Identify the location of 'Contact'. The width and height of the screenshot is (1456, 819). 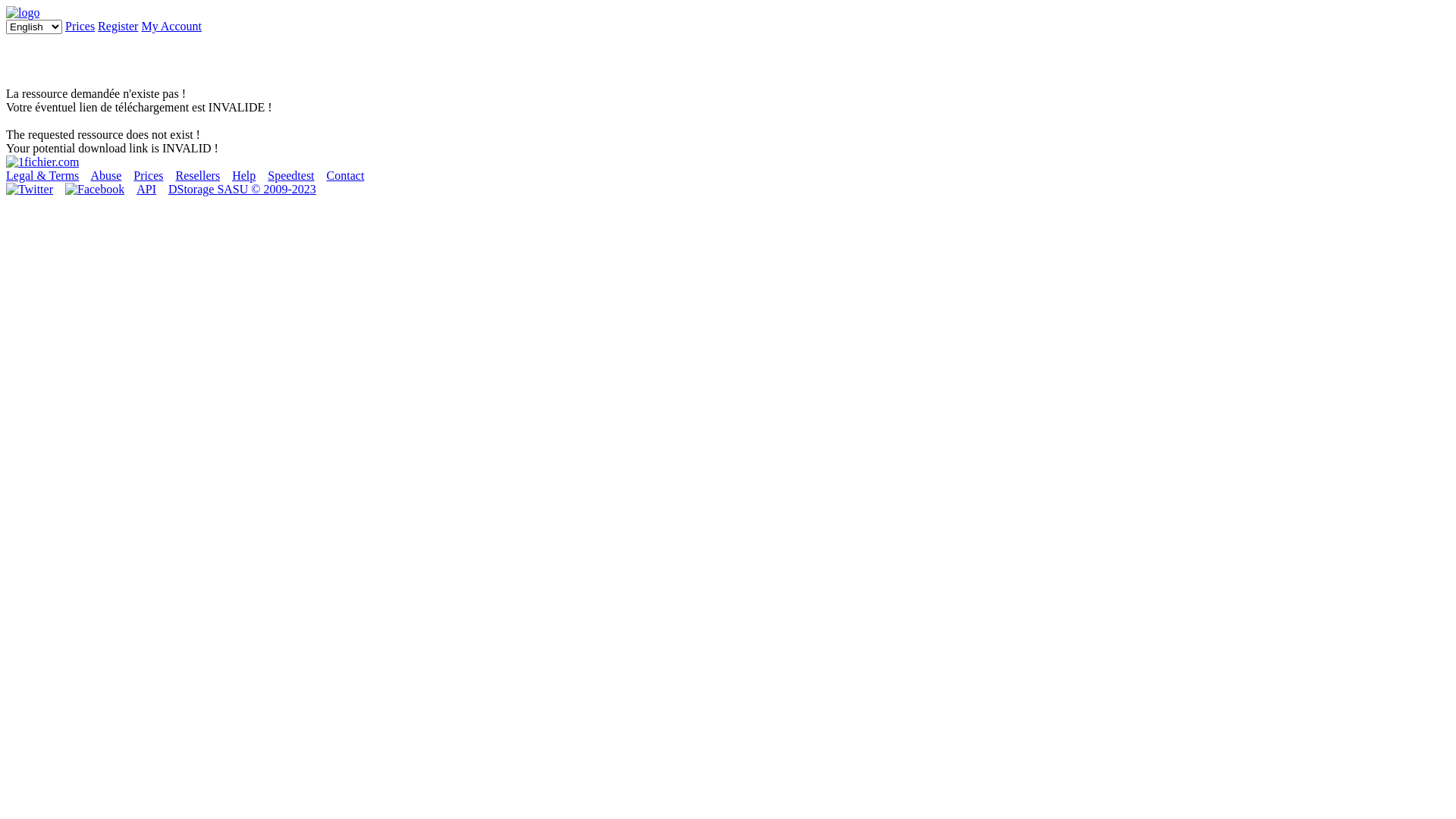
(345, 174).